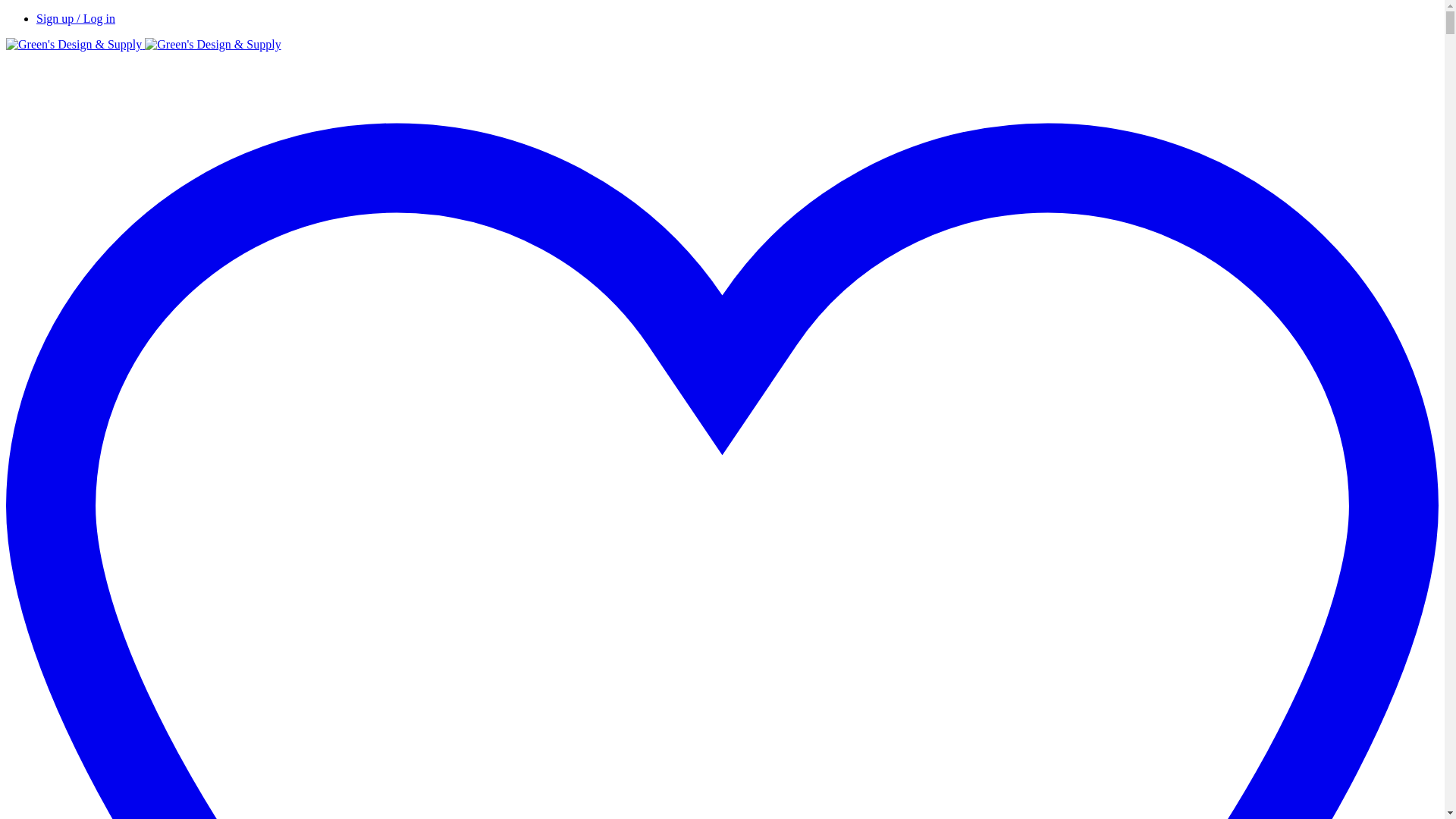 Image resolution: width=1456 pixels, height=819 pixels. I want to click on 'Green's Design & Supply', so click(143, 43).